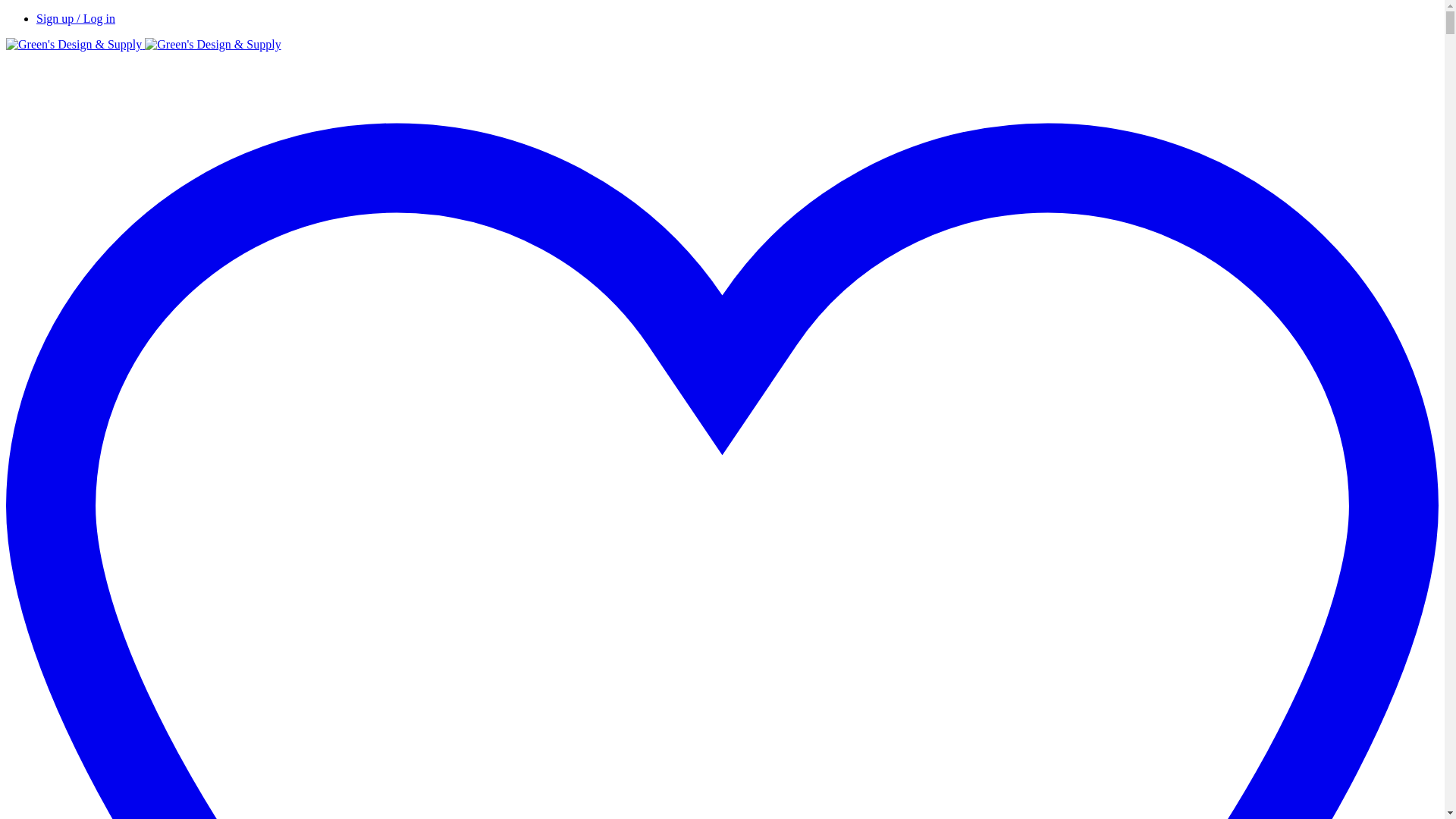 Image resolution: width=1456 pixels, height=819 pixels. I want to click on 'Green's Design & Supply', so click(143, 43).